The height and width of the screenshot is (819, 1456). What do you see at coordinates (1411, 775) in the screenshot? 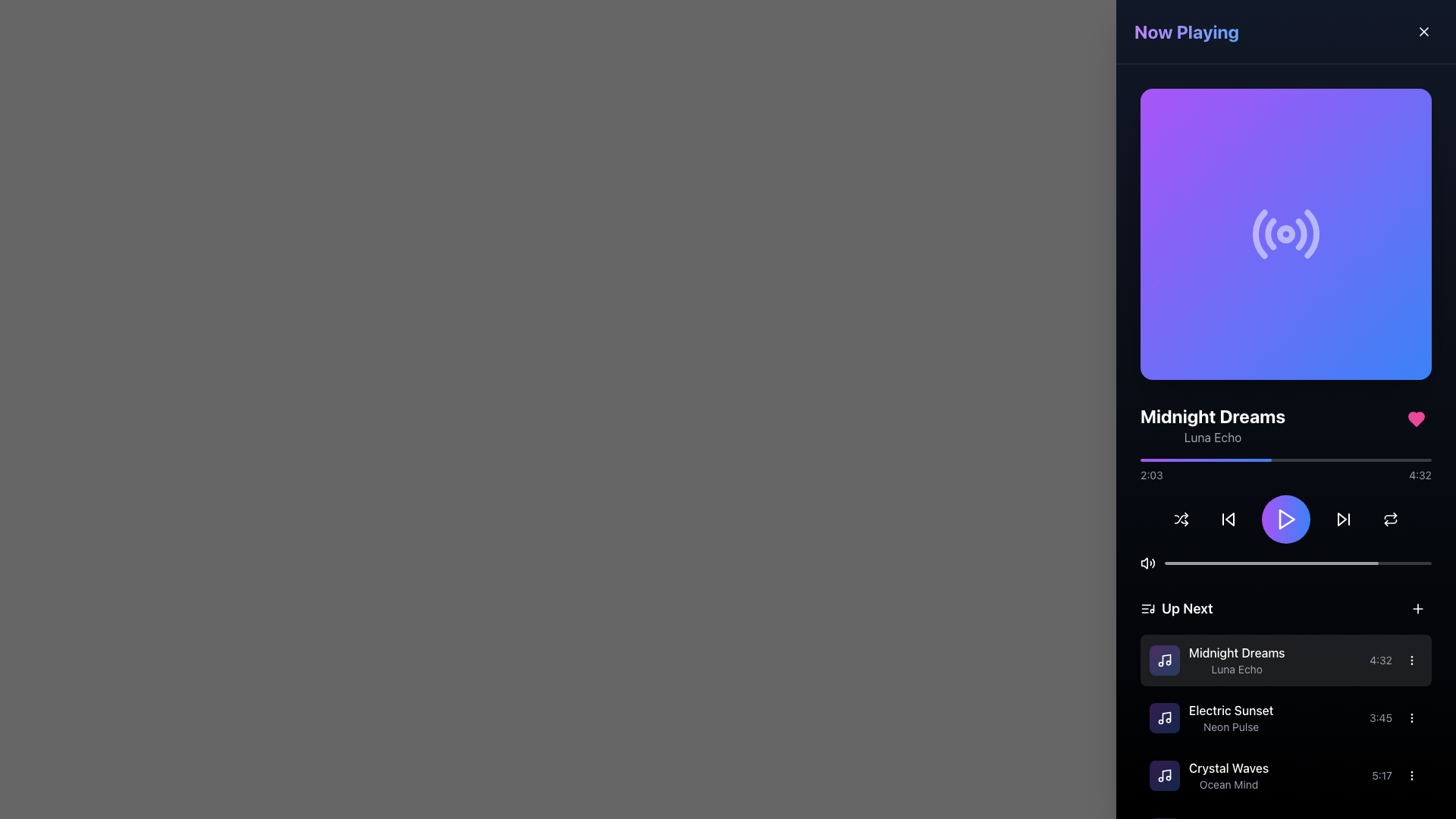
I see `the vertical ellipsis menu icon for the 'Crystal Waves' song in the 'Up Next' playlist` at bounding box center [1411, 775].